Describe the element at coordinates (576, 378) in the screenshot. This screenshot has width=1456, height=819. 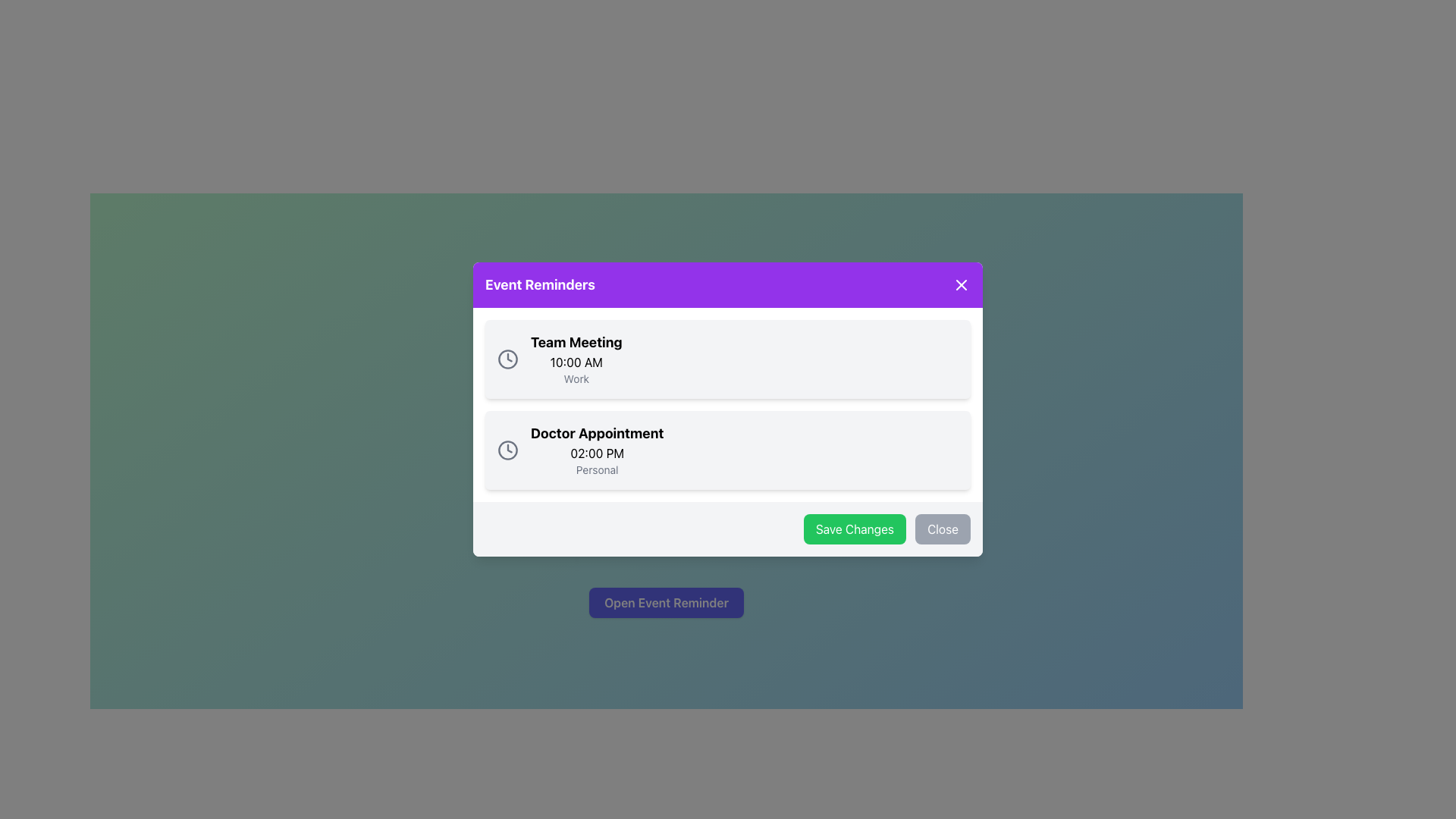
I see `the text label displaying 'Work' positioned below the '10:00 AM' time text in the event details for 'Team Meeting.'` at that location.